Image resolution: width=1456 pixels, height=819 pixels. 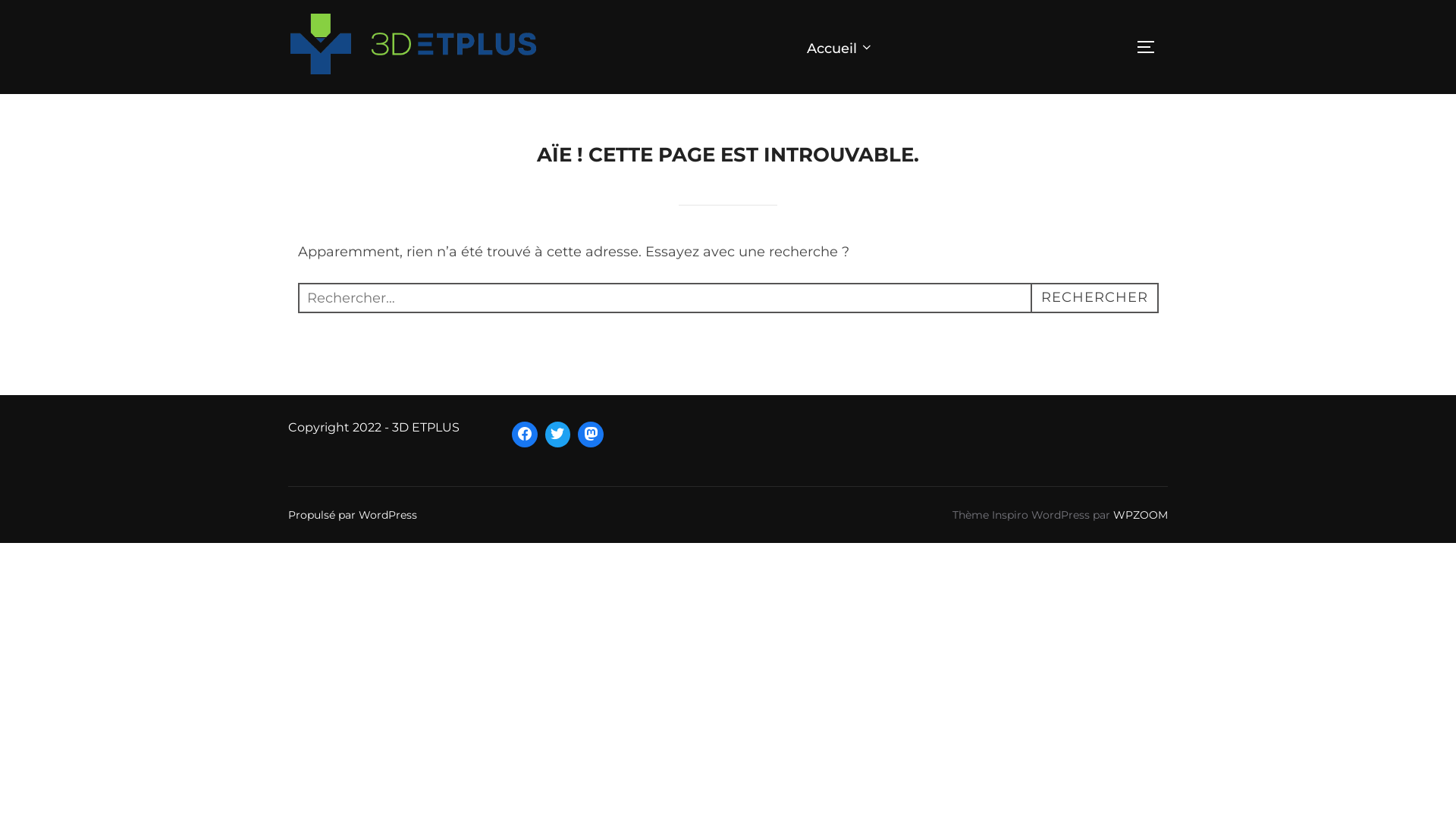 I want to click on 'Accueil', so click(x=806, y=45).